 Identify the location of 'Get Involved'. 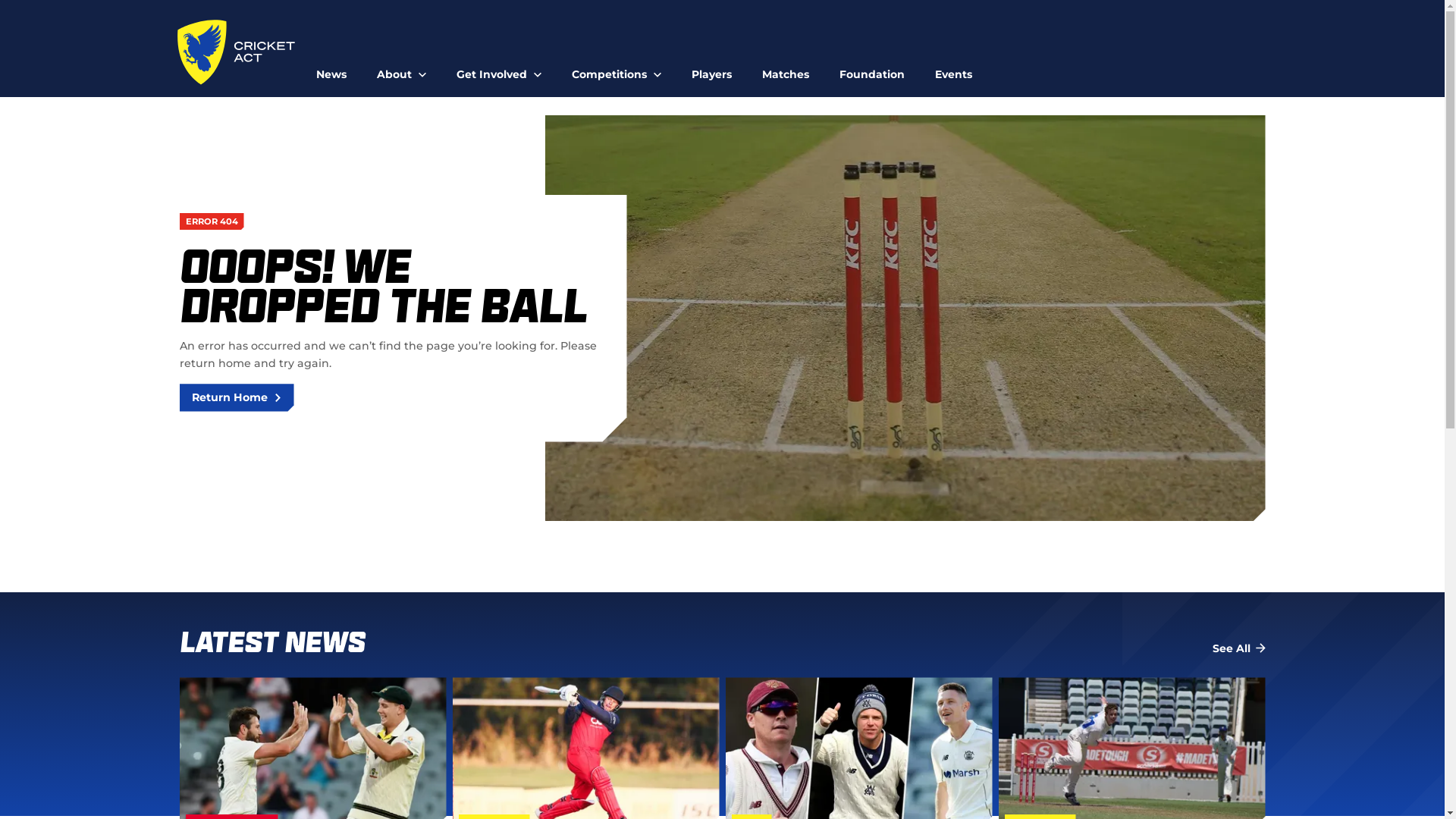
(498, 67).